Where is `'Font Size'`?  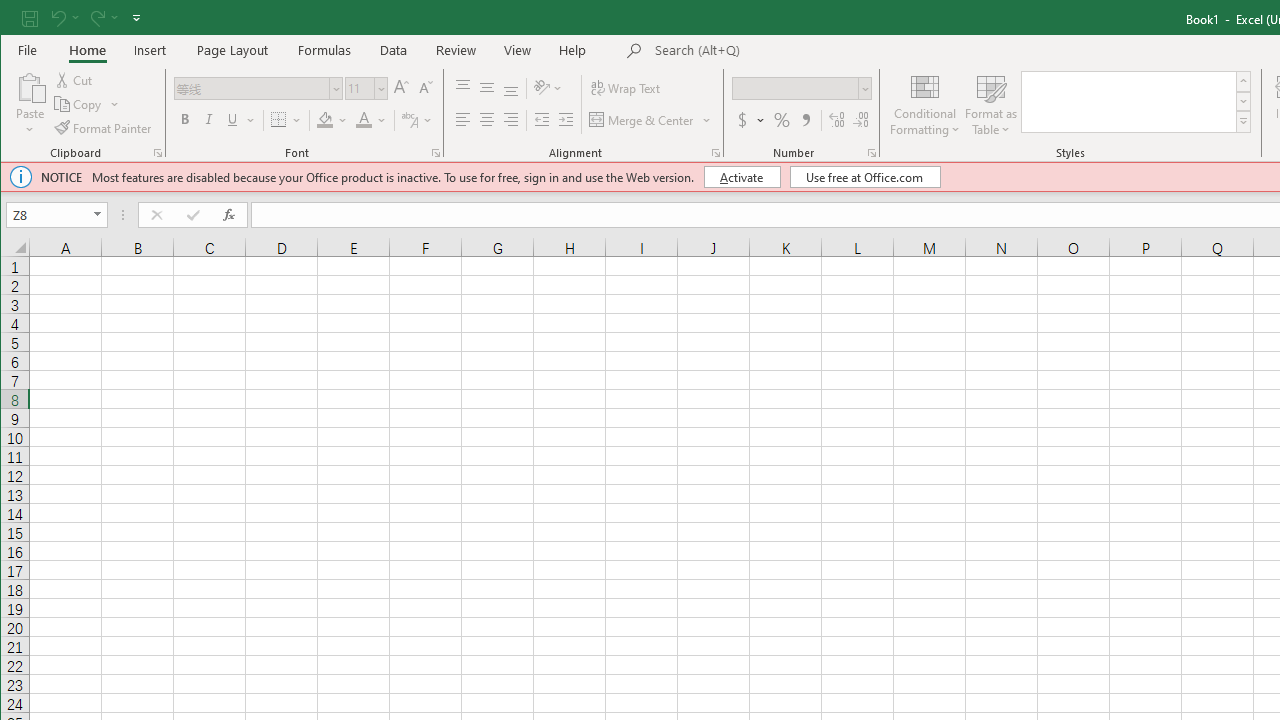
'Font Size' is located at coordinates (366, 87).